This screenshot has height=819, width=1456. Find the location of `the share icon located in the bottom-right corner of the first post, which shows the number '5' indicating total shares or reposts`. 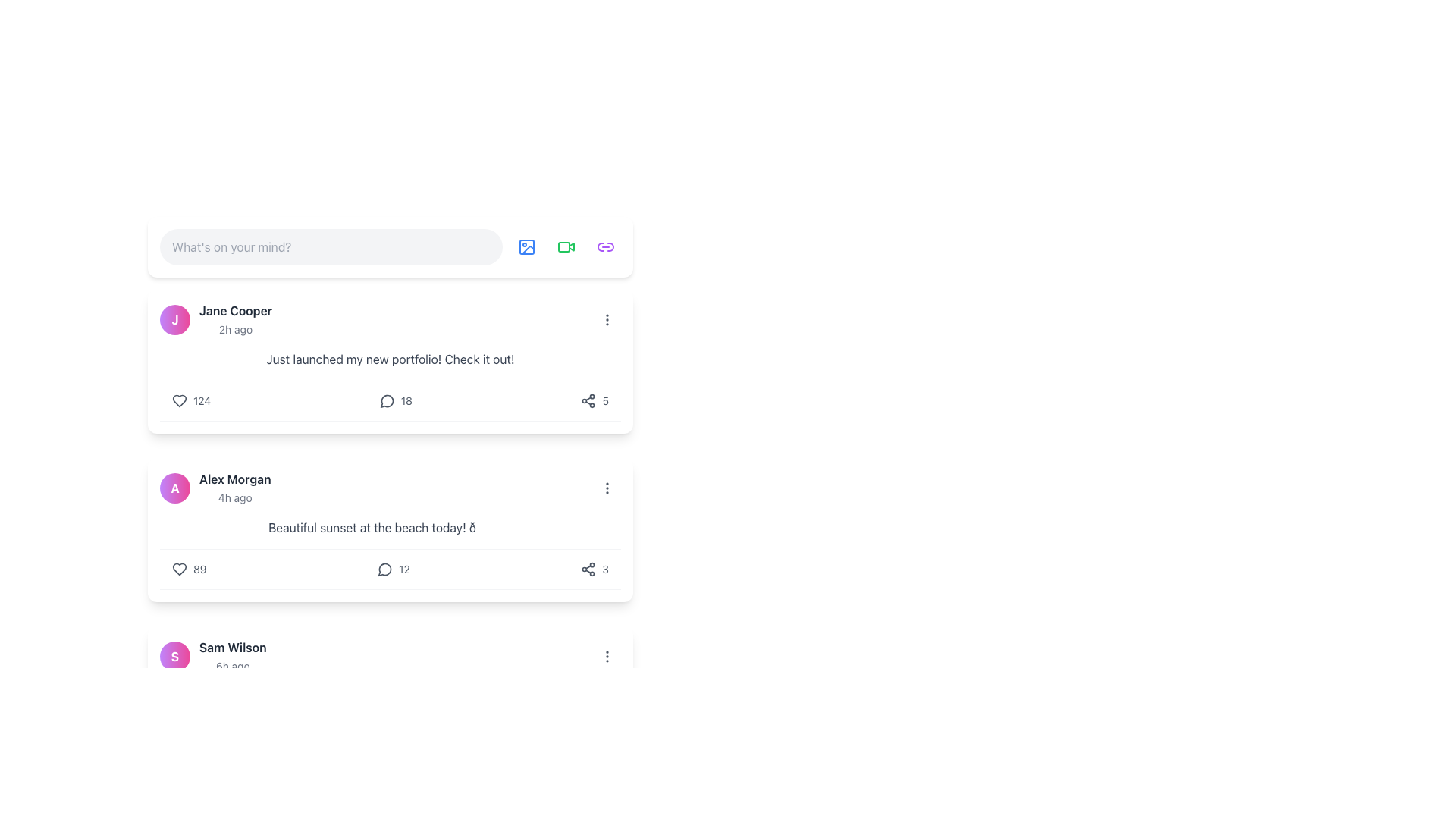

the share icon located in the bottom-right corner of the first post, which shows the number '5' indicating total shares or reposts is located at coordinates (593, 400).